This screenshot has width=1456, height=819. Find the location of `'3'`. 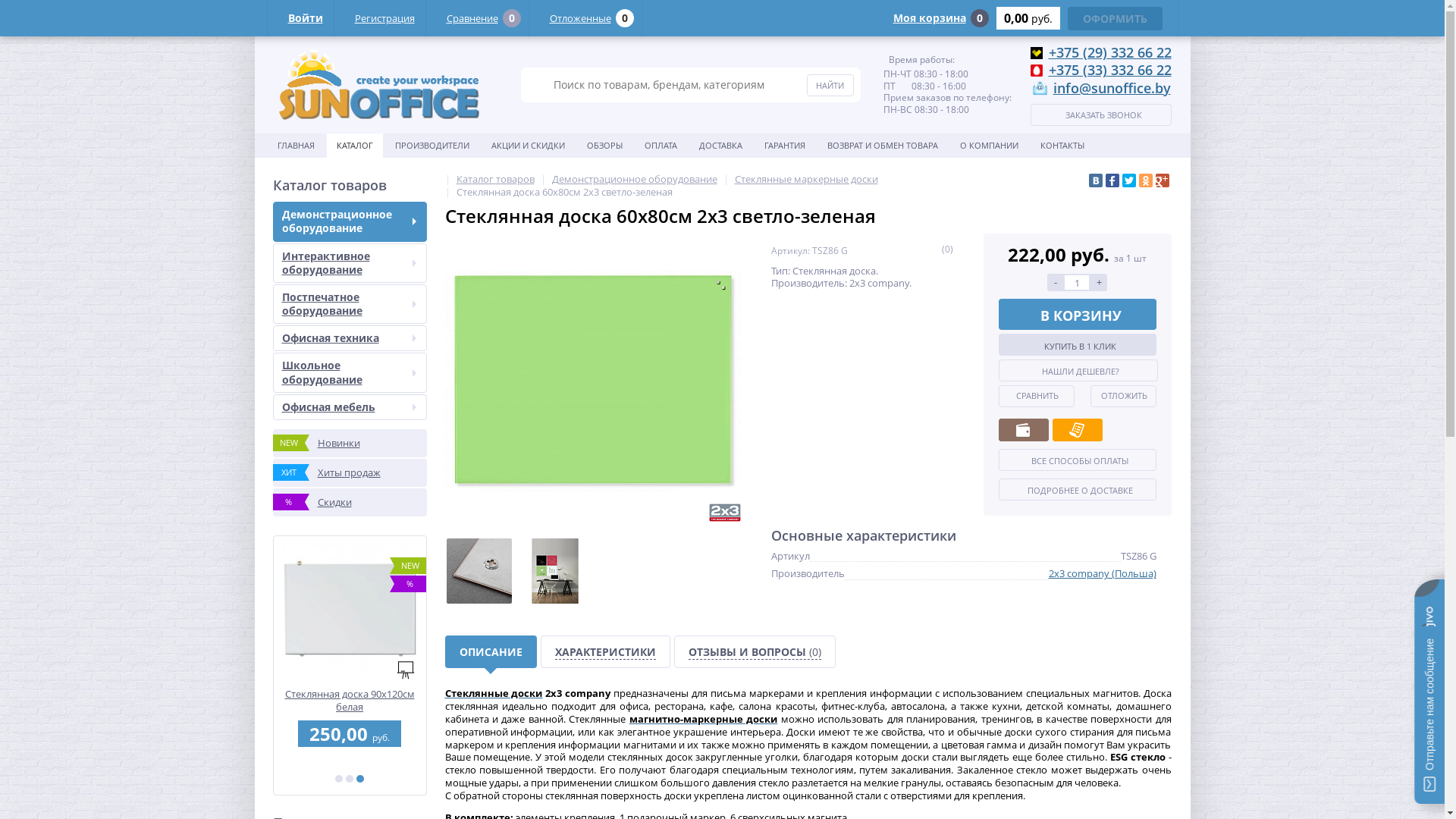

'3' is located at coordinates (359, 778).